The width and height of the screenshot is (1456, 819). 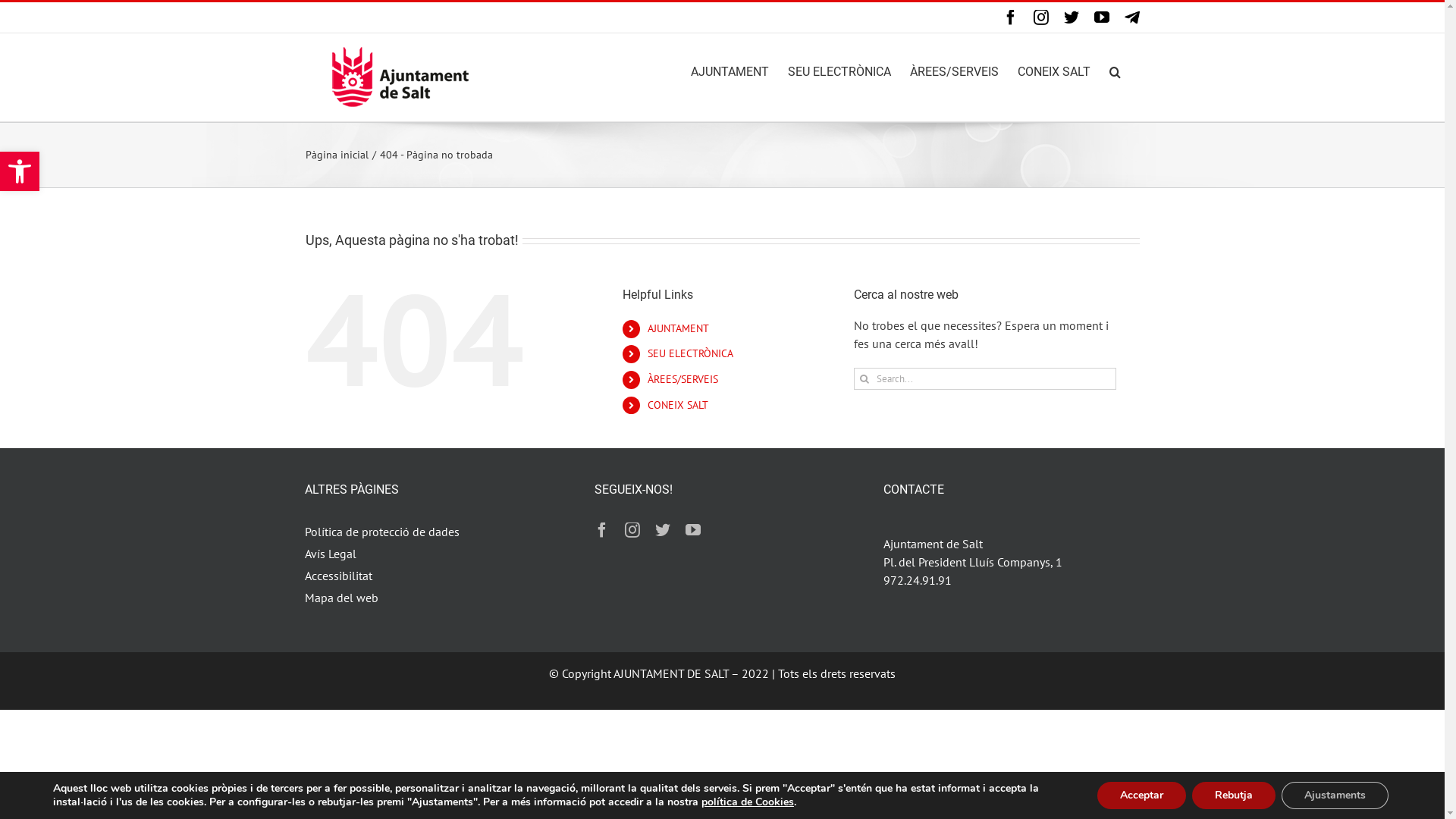 What do you see at coordinates (676, 403) in the screenshot?
I see `'CONEIX SALT'` at bounding box center [676, 403].